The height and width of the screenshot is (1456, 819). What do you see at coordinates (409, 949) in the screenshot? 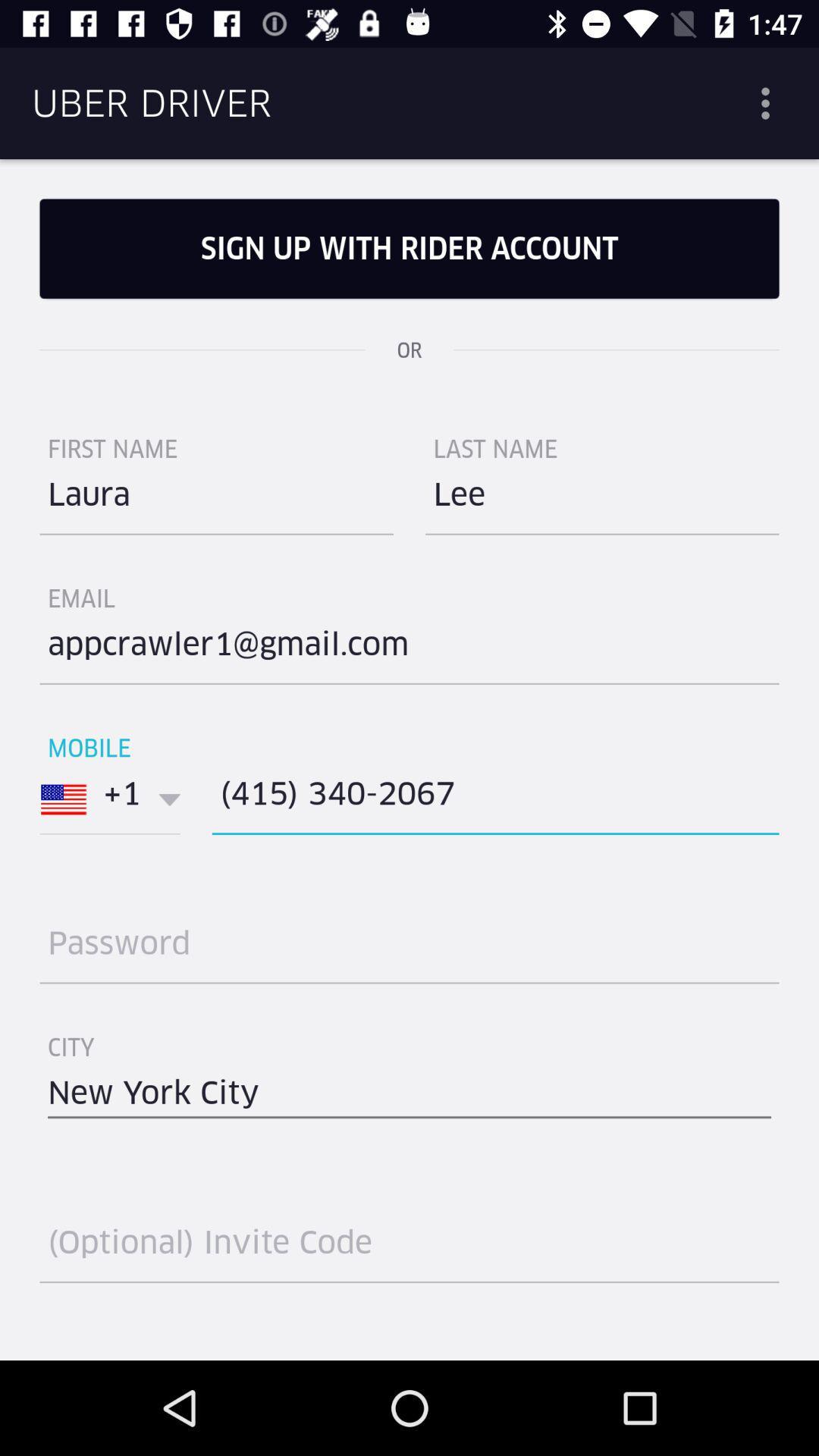
I see `password` at bounding box center [409, 949].